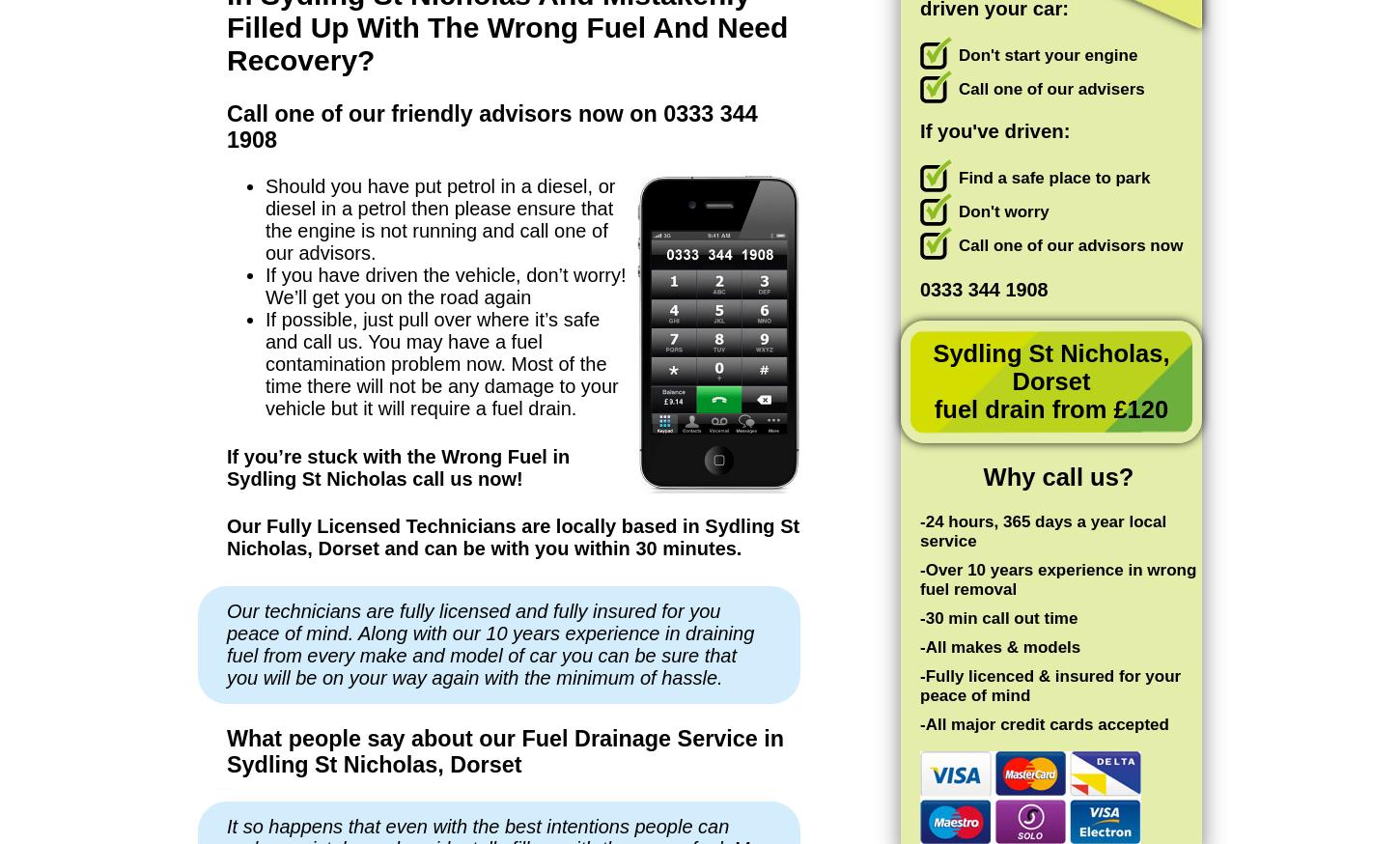  What do you see at coordinates (983, 475) in the screenshot?
I see `'Why call us?'` at bounding box center [983, 475].